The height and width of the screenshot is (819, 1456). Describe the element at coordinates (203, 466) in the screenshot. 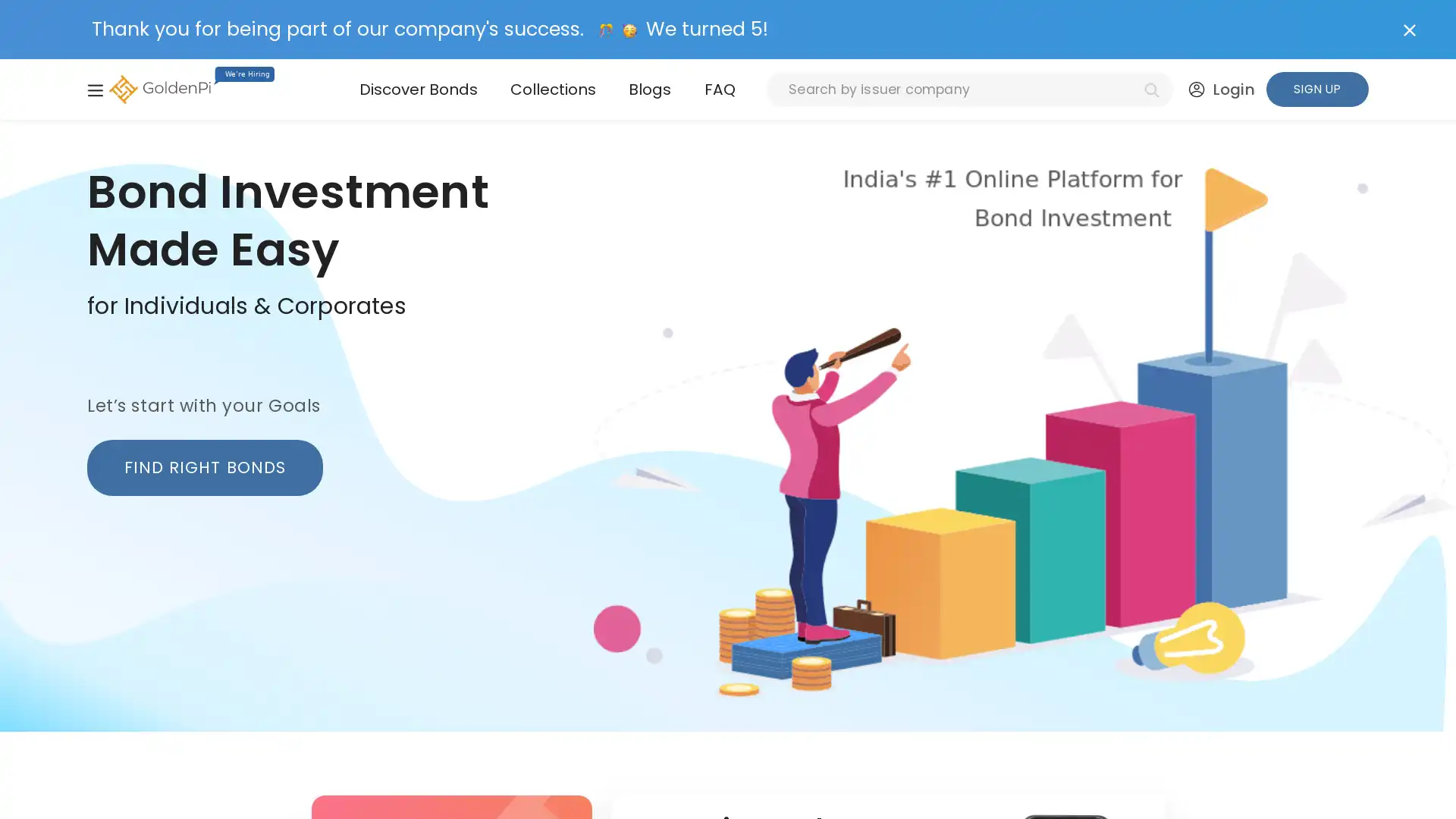

I see `FIND RIGHT BONDS` at that location.